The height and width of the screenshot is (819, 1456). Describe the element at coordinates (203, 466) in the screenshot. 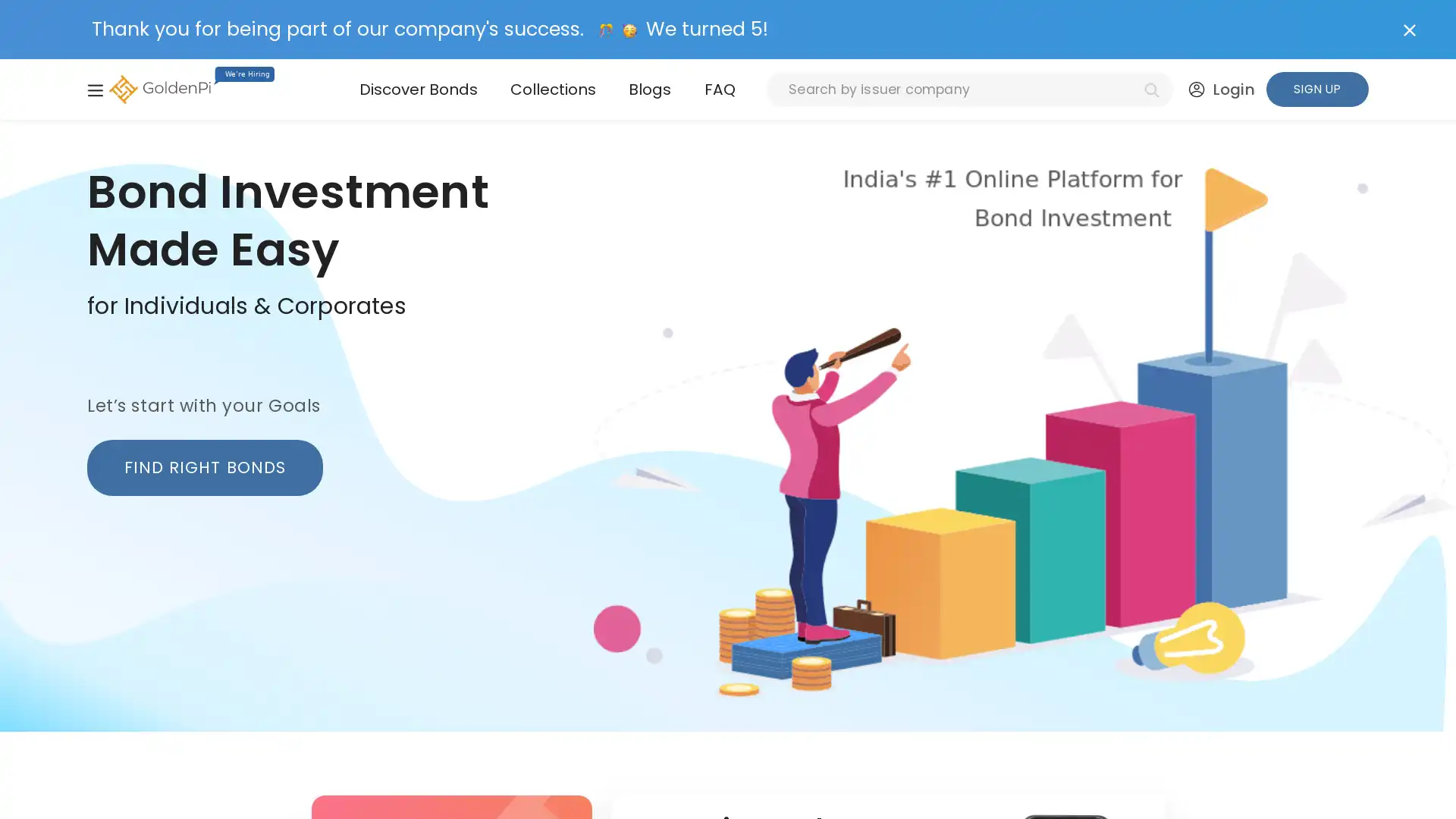

I see `FIND RIGHT BONDS` at that location.